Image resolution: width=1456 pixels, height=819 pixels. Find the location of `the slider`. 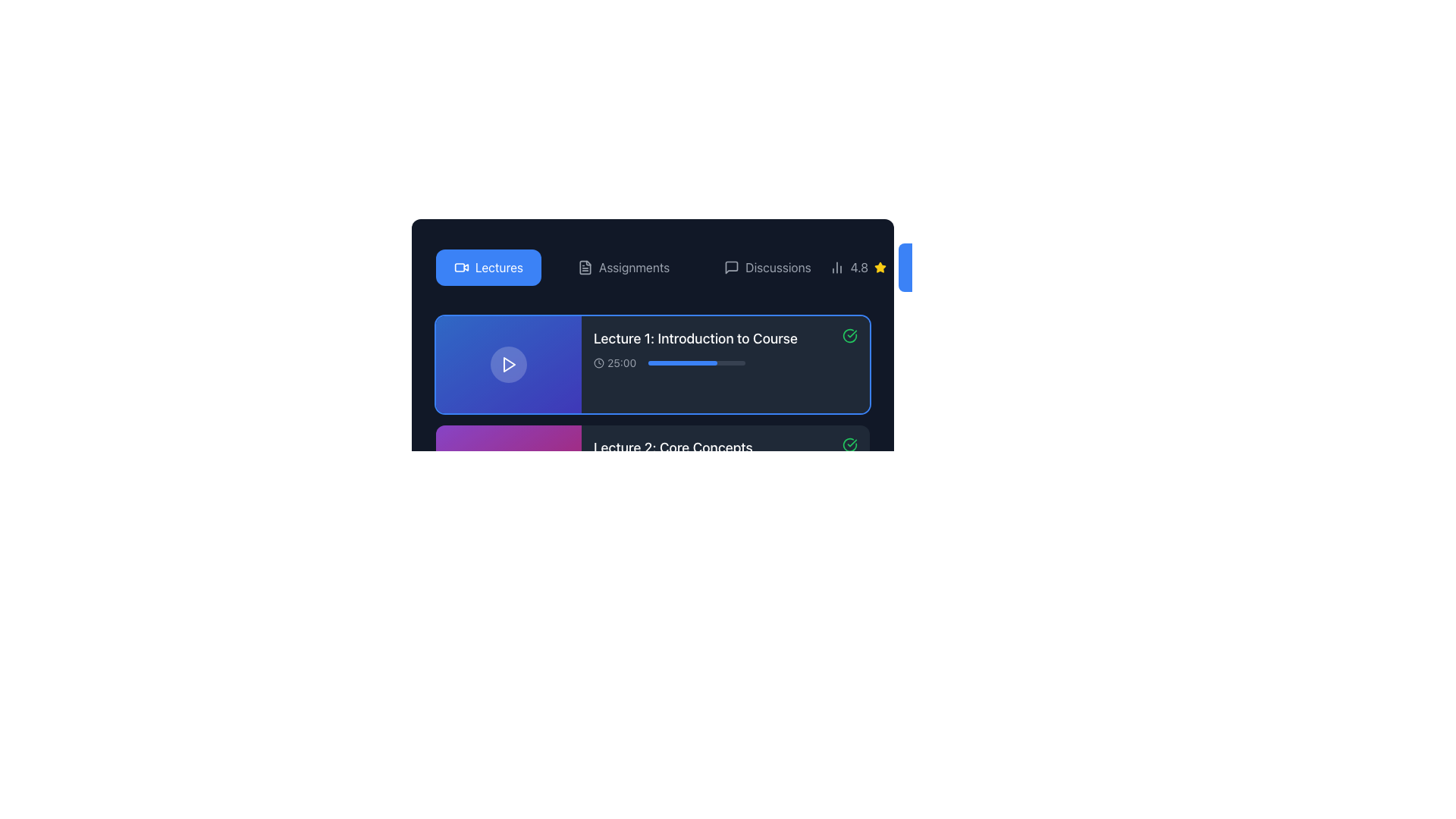

the slider is located at coordinates (695, 362).